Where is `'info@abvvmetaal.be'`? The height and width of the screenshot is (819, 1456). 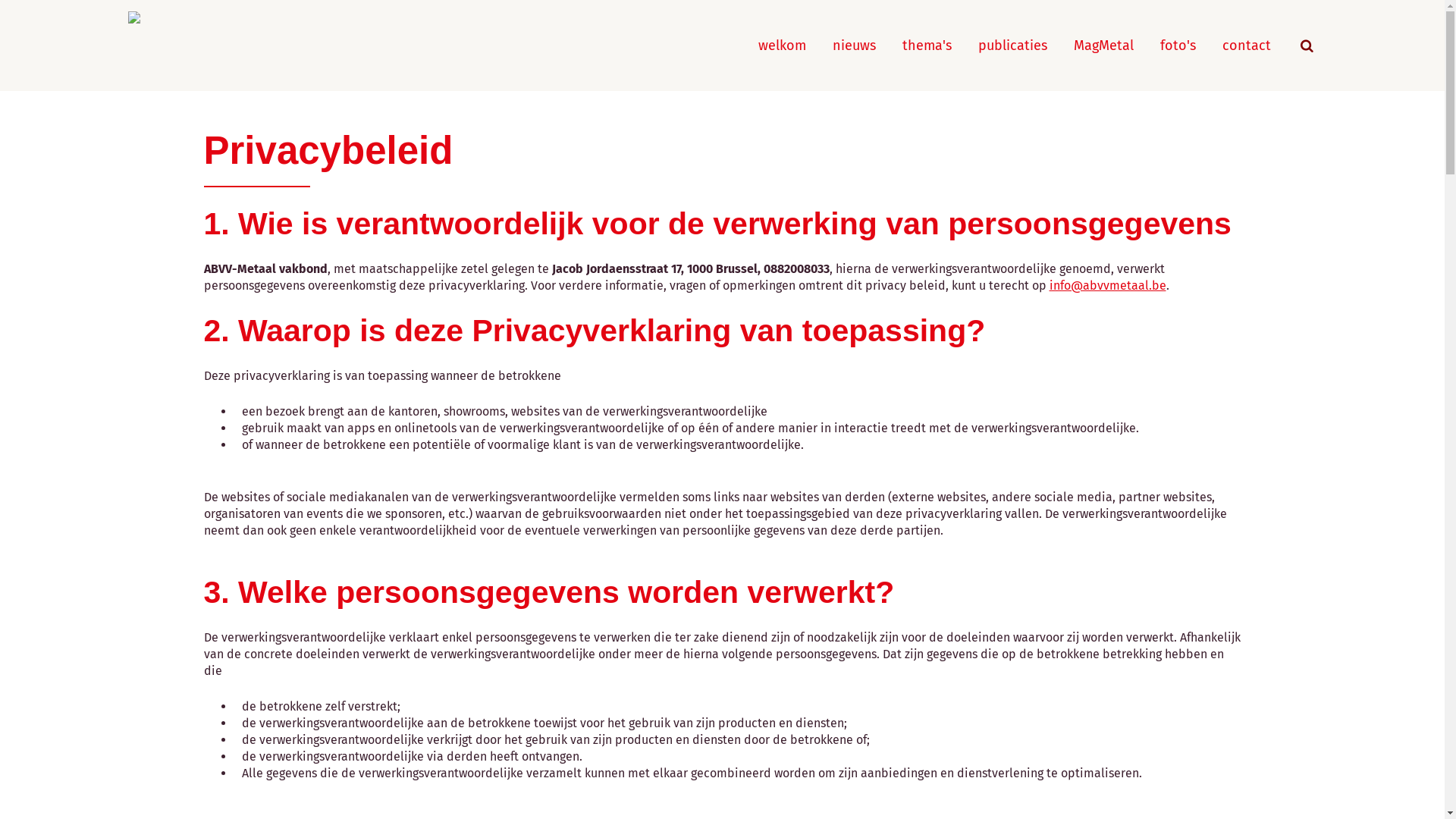
'info@abvvmetaal.be' is located at coordinates (1107, 285).